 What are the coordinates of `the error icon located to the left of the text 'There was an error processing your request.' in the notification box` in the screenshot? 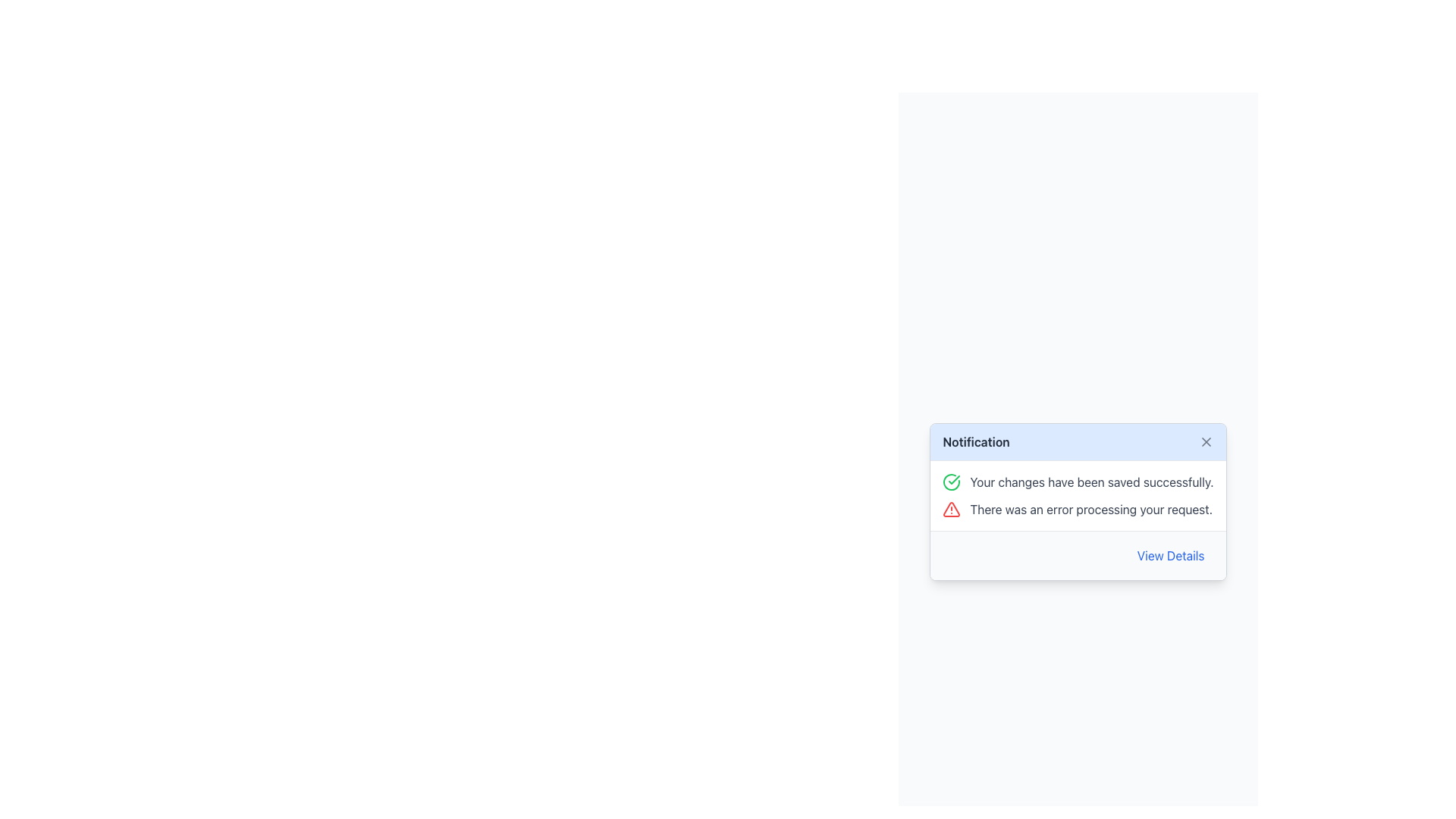 It's located at (951, 509).